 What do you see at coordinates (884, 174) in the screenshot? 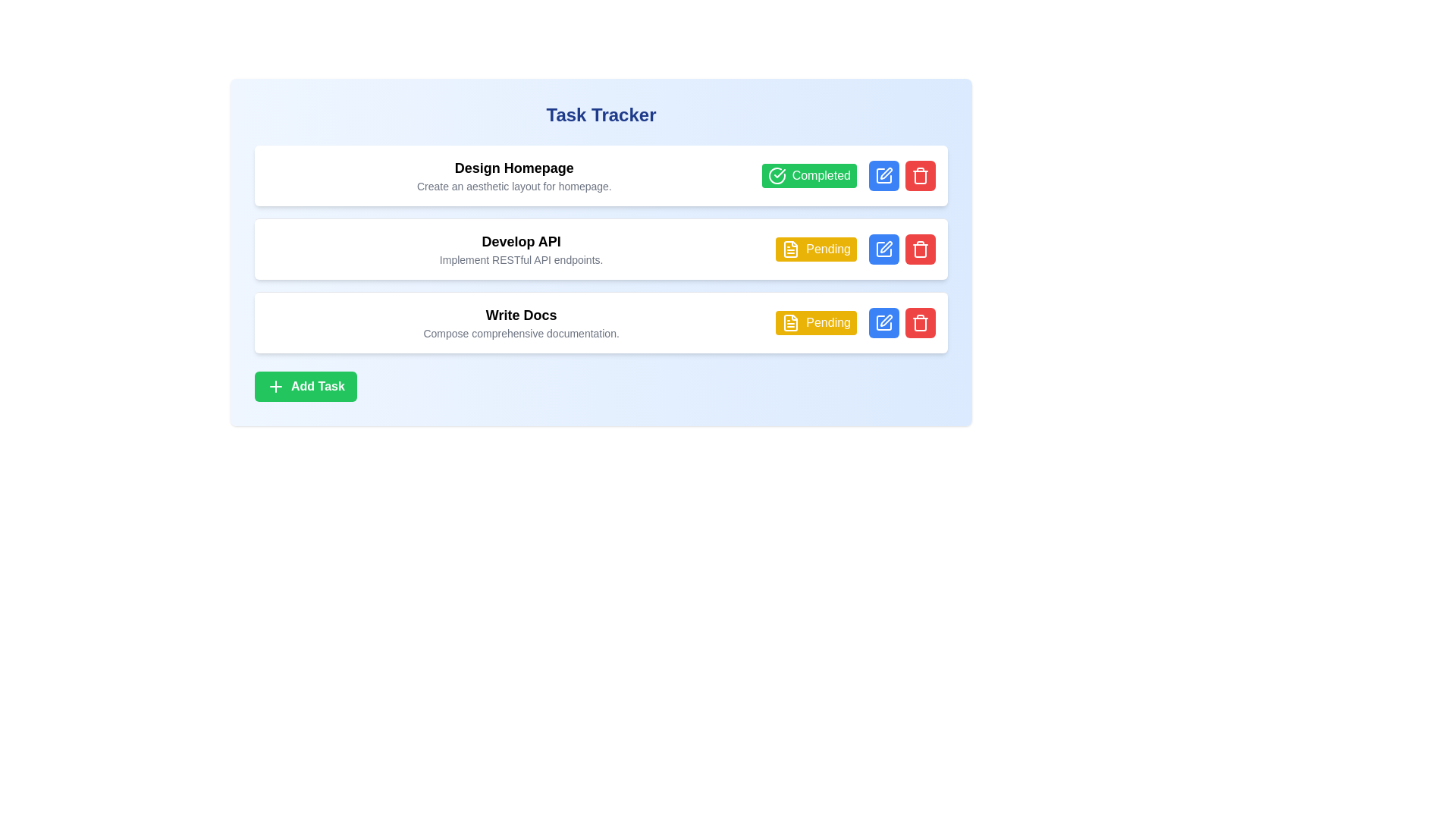
I see `the blue square button with a white pen icon, located to the right of the green 'Completed' button and left of the red 'Delete' button, to change its color` at bounding box center [884, 174].